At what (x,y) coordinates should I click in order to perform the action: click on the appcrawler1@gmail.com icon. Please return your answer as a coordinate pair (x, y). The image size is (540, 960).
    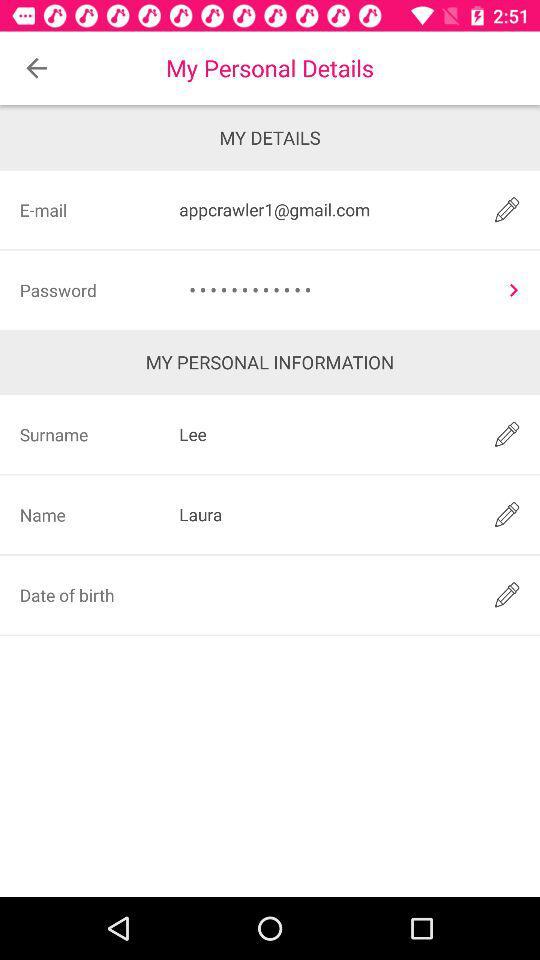
    Looking at the image, I should click on (323, 209).